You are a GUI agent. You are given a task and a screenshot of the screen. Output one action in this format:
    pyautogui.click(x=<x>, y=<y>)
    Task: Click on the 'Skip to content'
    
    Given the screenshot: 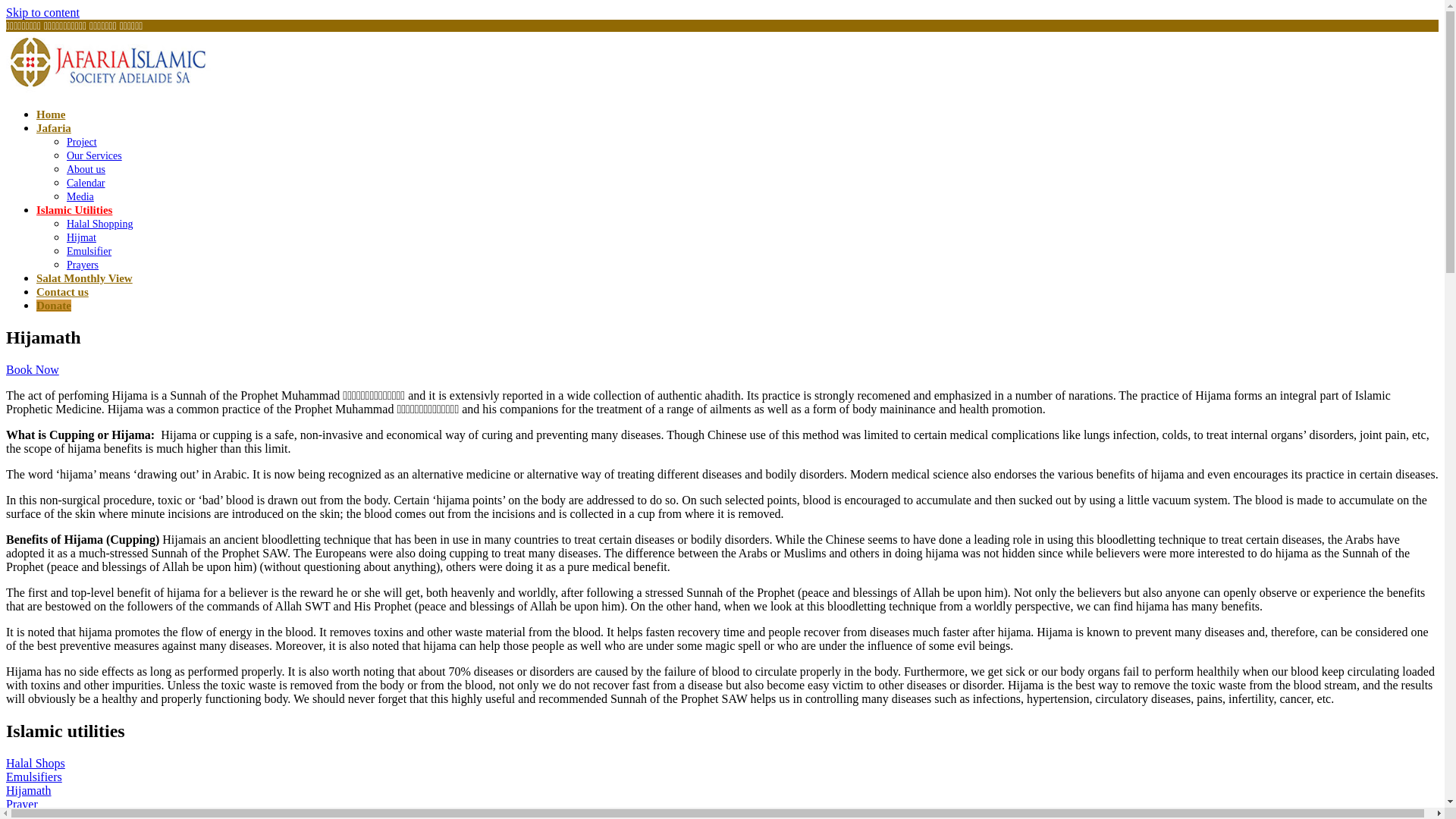 What is the action you would take?
    pyautogui.click(x=6, y=12)
    